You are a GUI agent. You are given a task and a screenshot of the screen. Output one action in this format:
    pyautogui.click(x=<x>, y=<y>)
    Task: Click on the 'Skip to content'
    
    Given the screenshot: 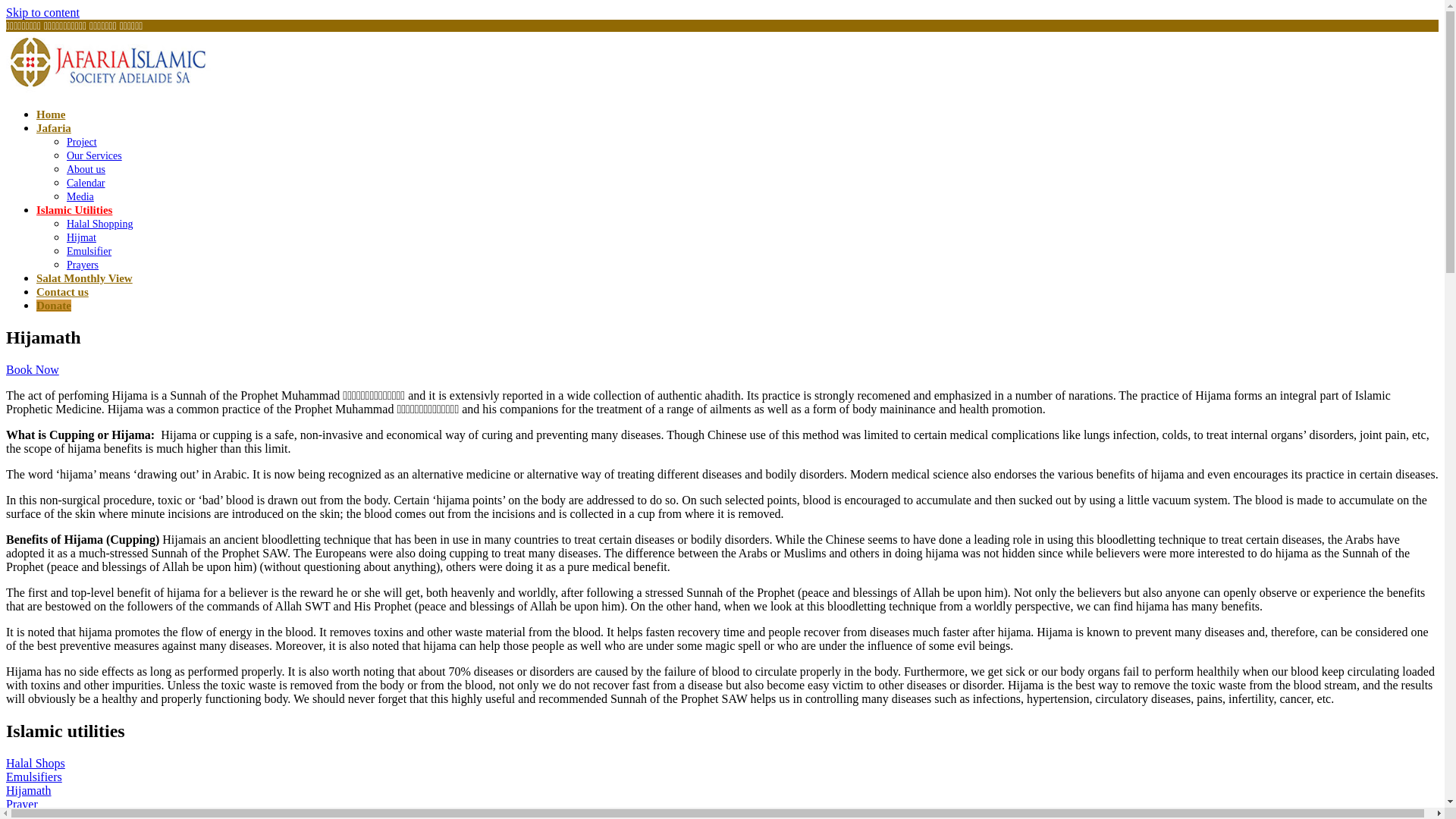 What is the action you would take?
    pyautogui.click(x=6, y=12)
    